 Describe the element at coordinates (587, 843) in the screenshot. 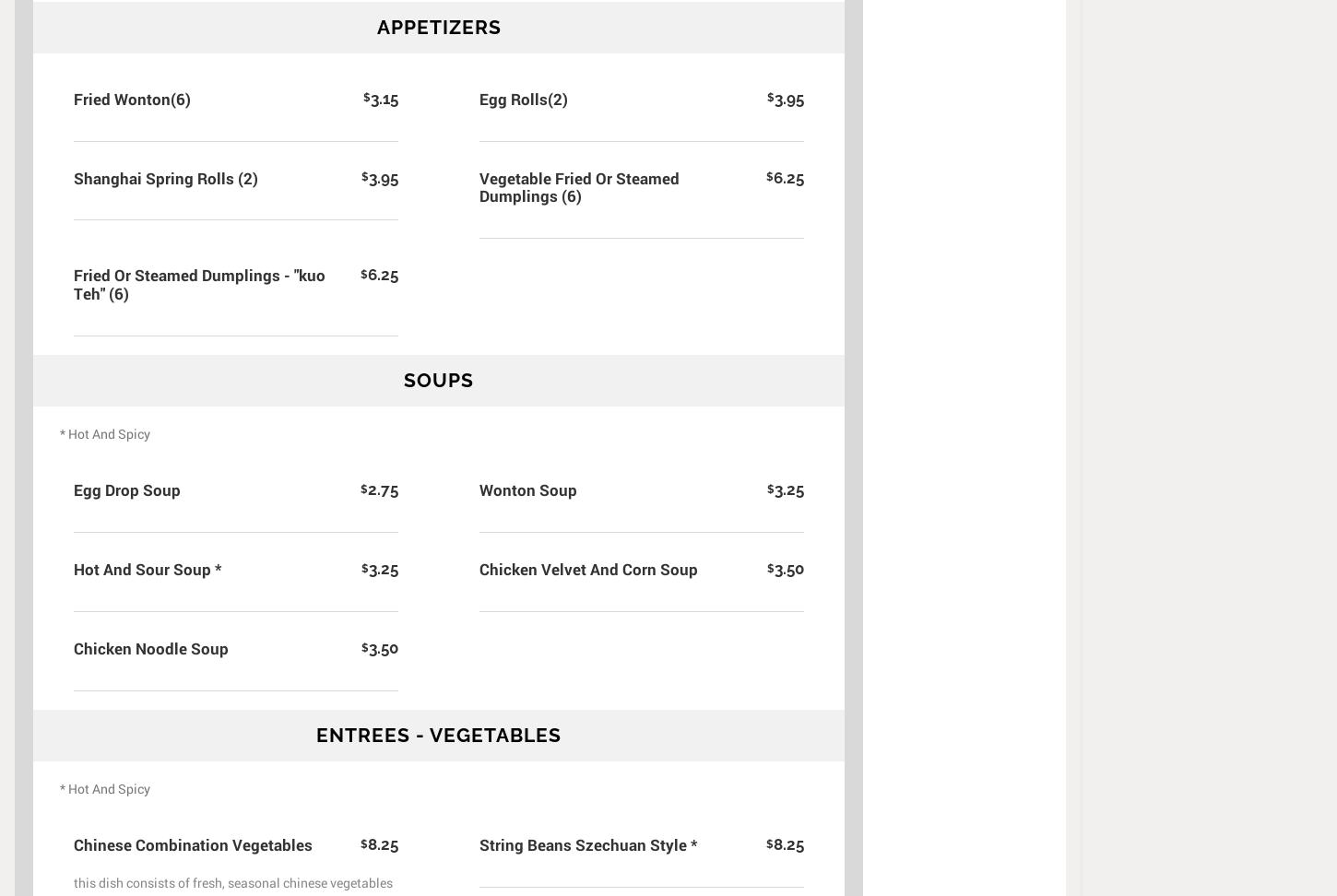

I see `'String Beans Szechuan Style *'` at that location.